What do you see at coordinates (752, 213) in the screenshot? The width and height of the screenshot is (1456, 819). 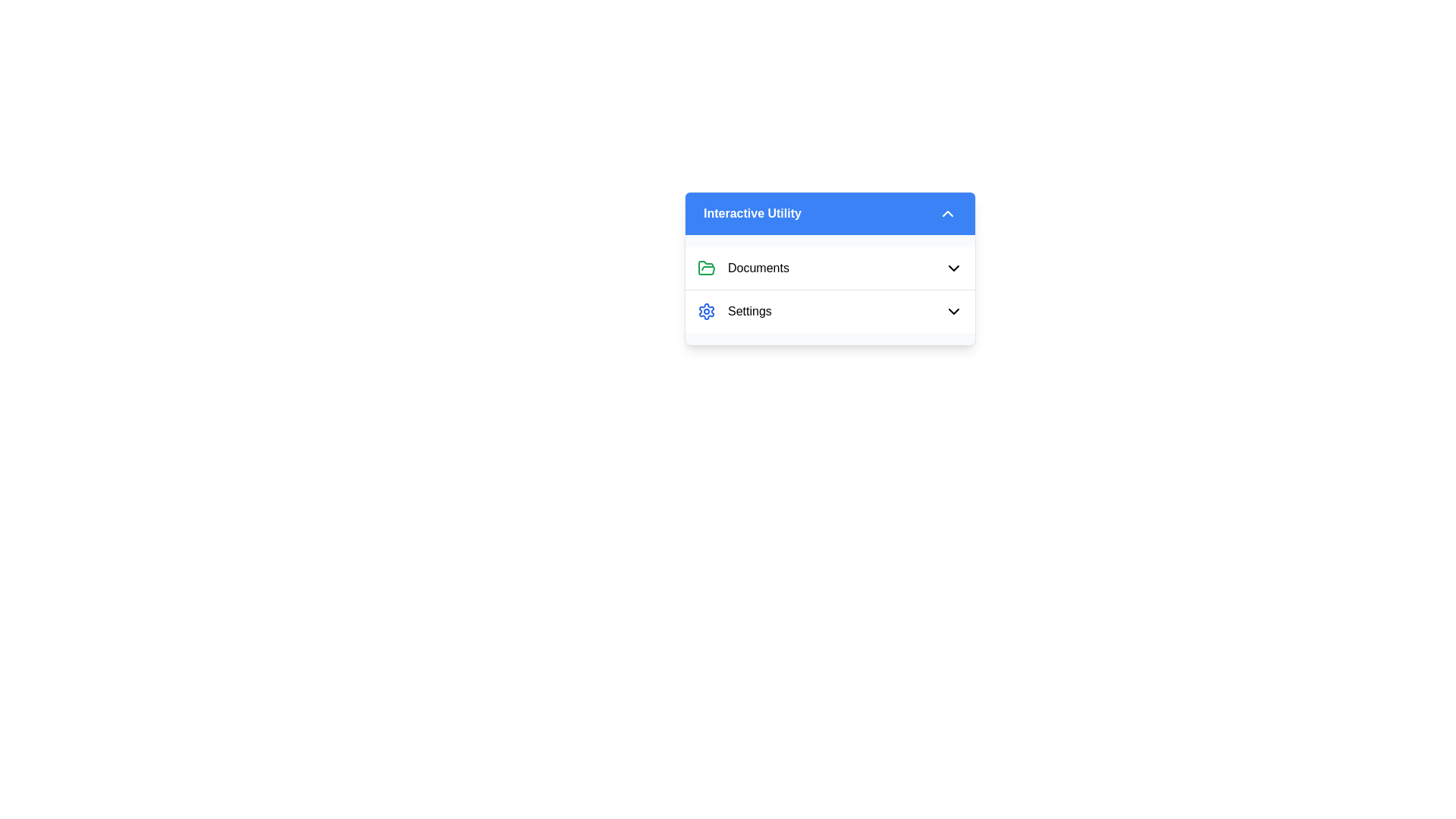 I see `the text label that serves as the title or descriptor for the collapsible section, which is visually aligned to the left of a downward-pointing arrow icon` at bounding box center [752, 213].